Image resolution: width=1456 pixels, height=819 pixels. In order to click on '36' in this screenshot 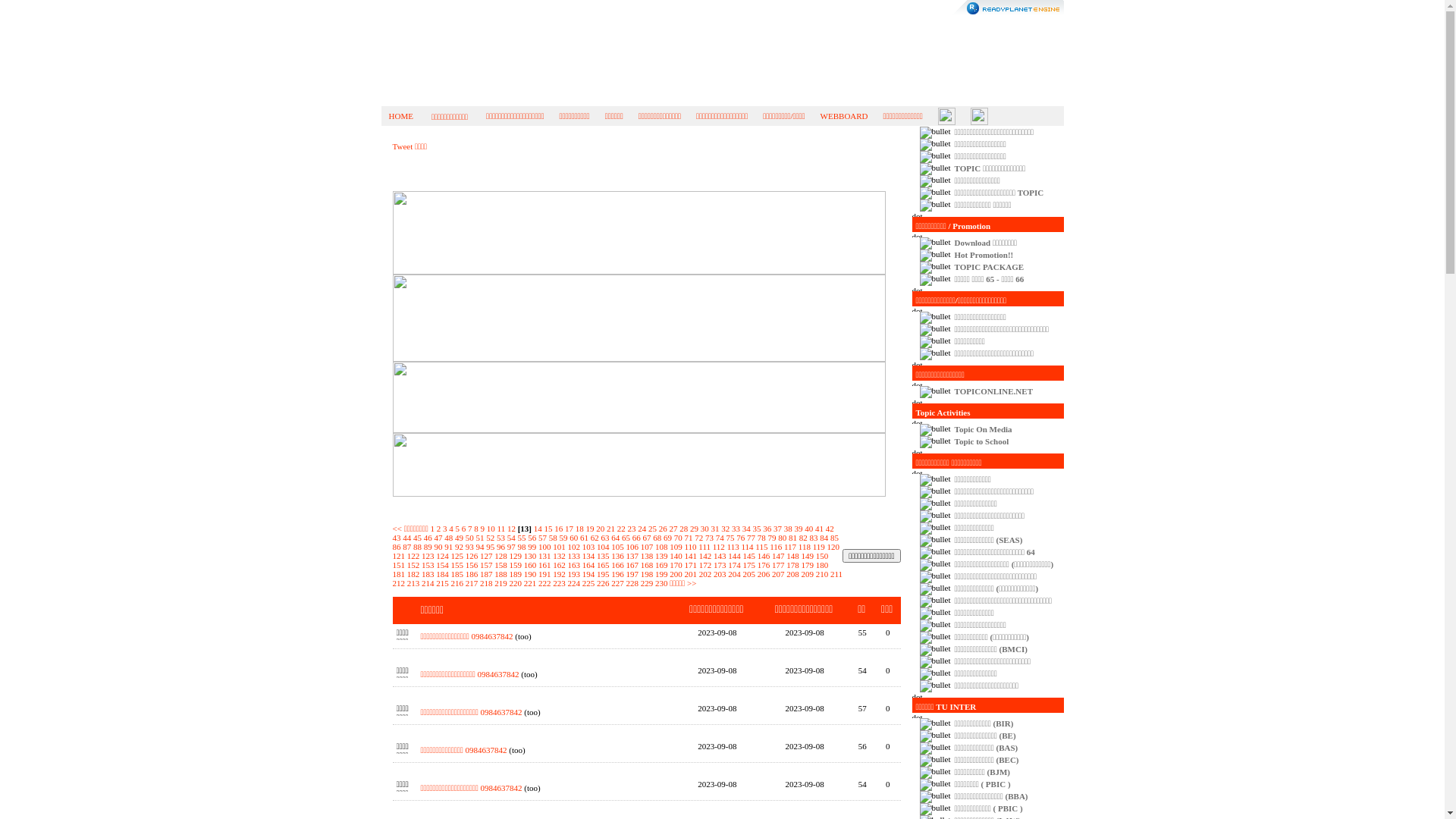, I will do `click(767, 528)`.